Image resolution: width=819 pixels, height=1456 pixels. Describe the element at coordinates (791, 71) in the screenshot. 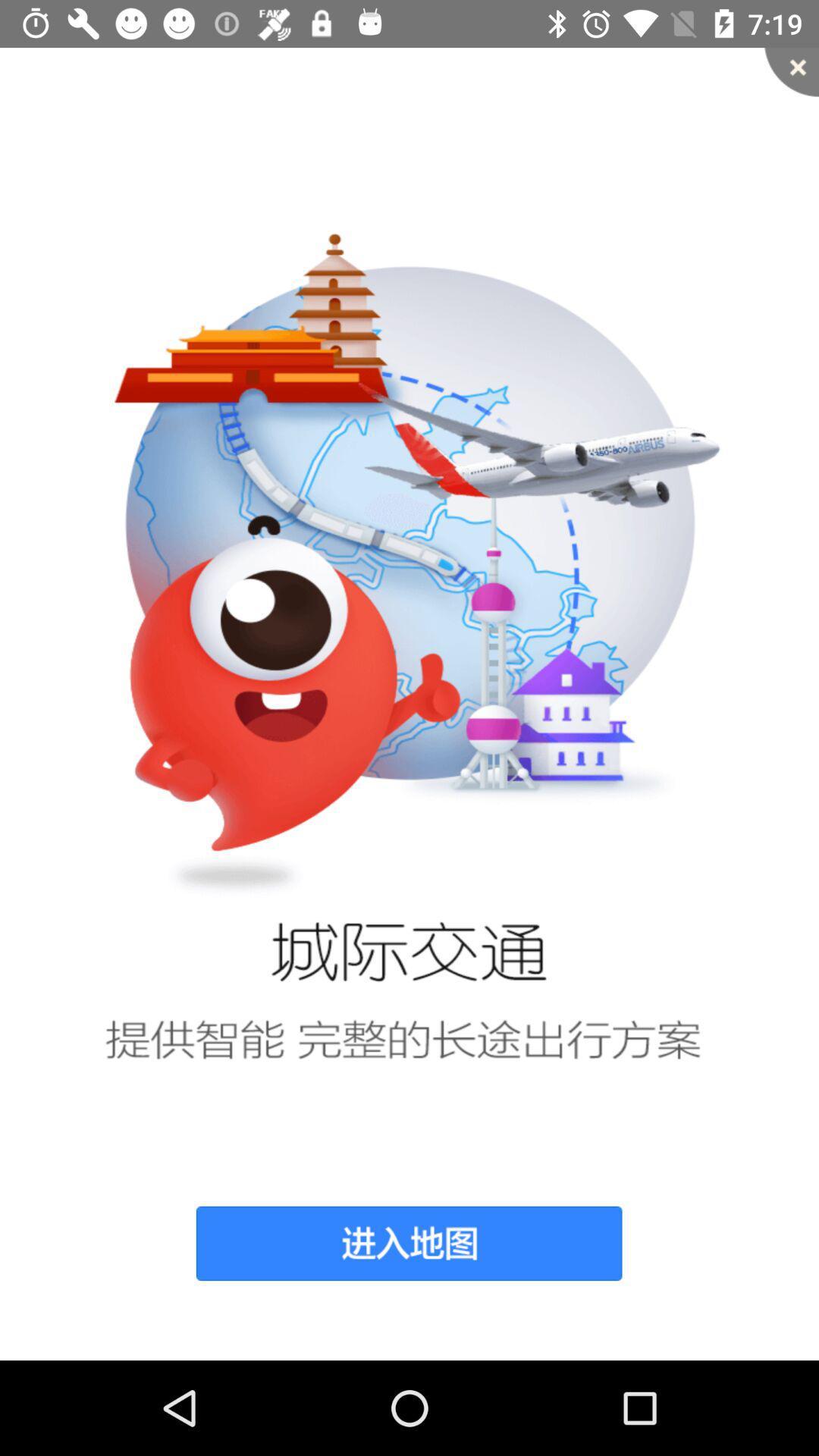

I see `the close icon` at that location.